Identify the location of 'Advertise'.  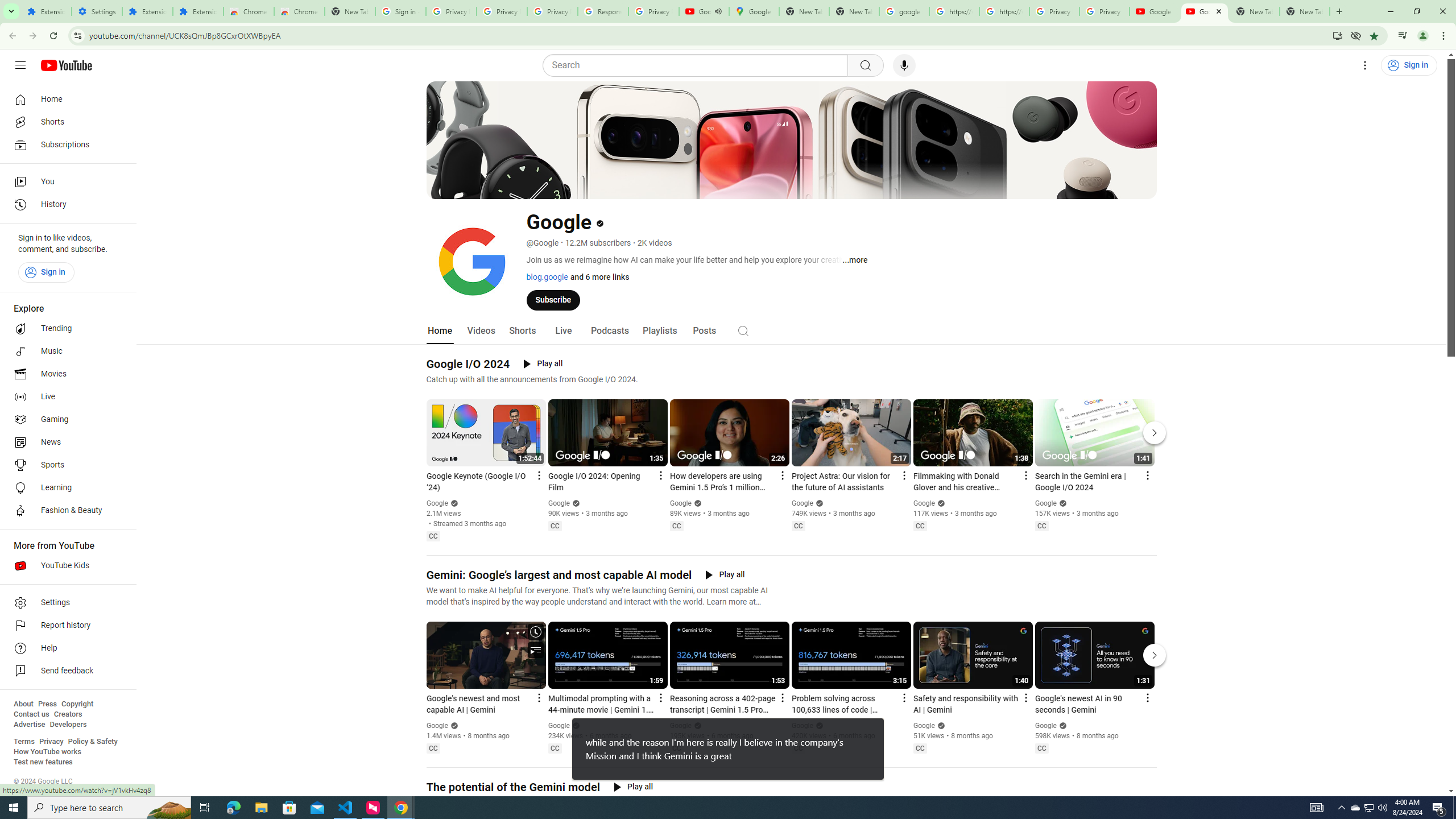
(28, 723).